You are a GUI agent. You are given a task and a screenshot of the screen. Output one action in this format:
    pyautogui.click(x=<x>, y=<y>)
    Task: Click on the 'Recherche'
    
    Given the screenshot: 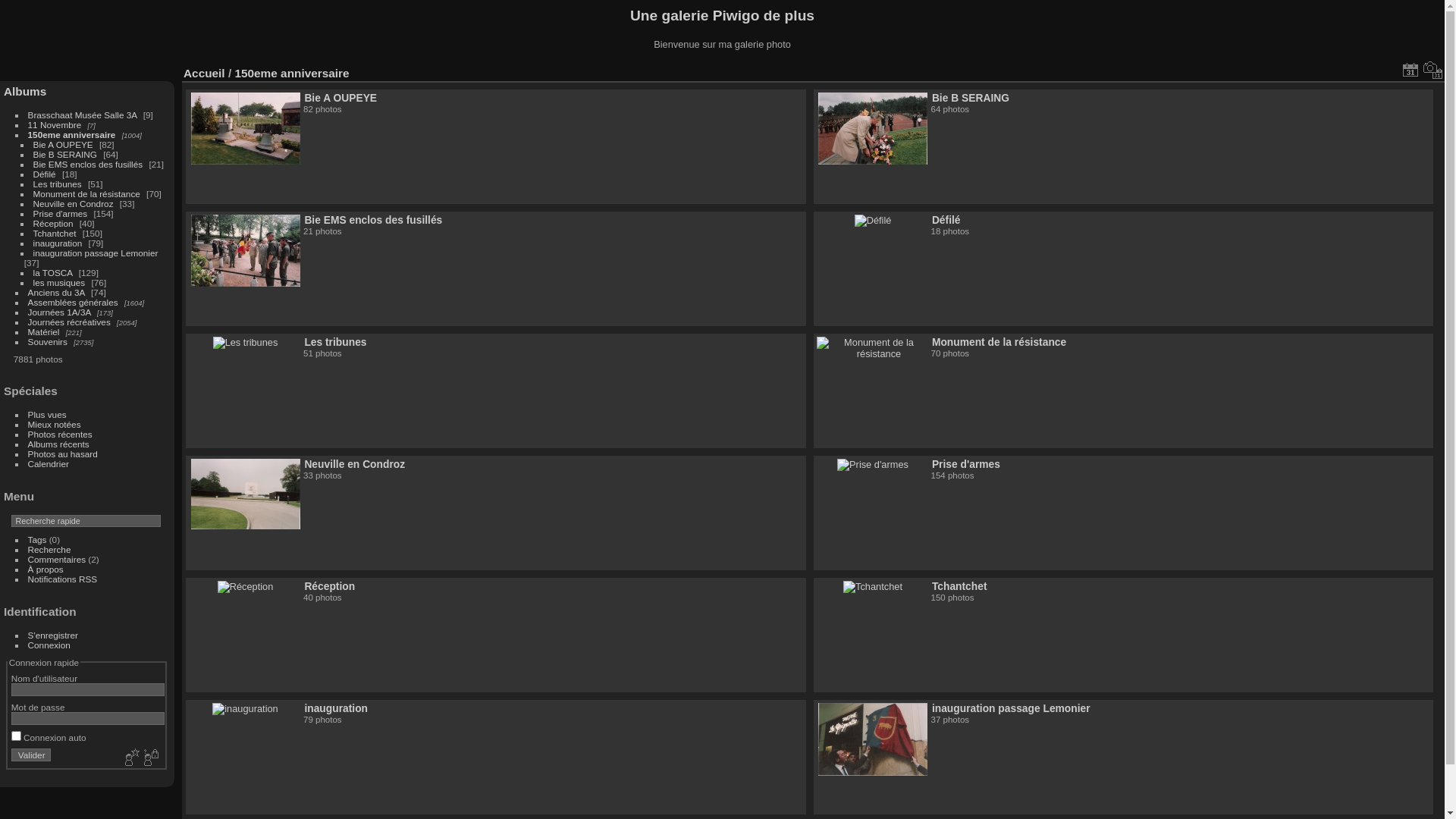 What is the action you would take?
    pyautogui.click(x=49, y=549)
    